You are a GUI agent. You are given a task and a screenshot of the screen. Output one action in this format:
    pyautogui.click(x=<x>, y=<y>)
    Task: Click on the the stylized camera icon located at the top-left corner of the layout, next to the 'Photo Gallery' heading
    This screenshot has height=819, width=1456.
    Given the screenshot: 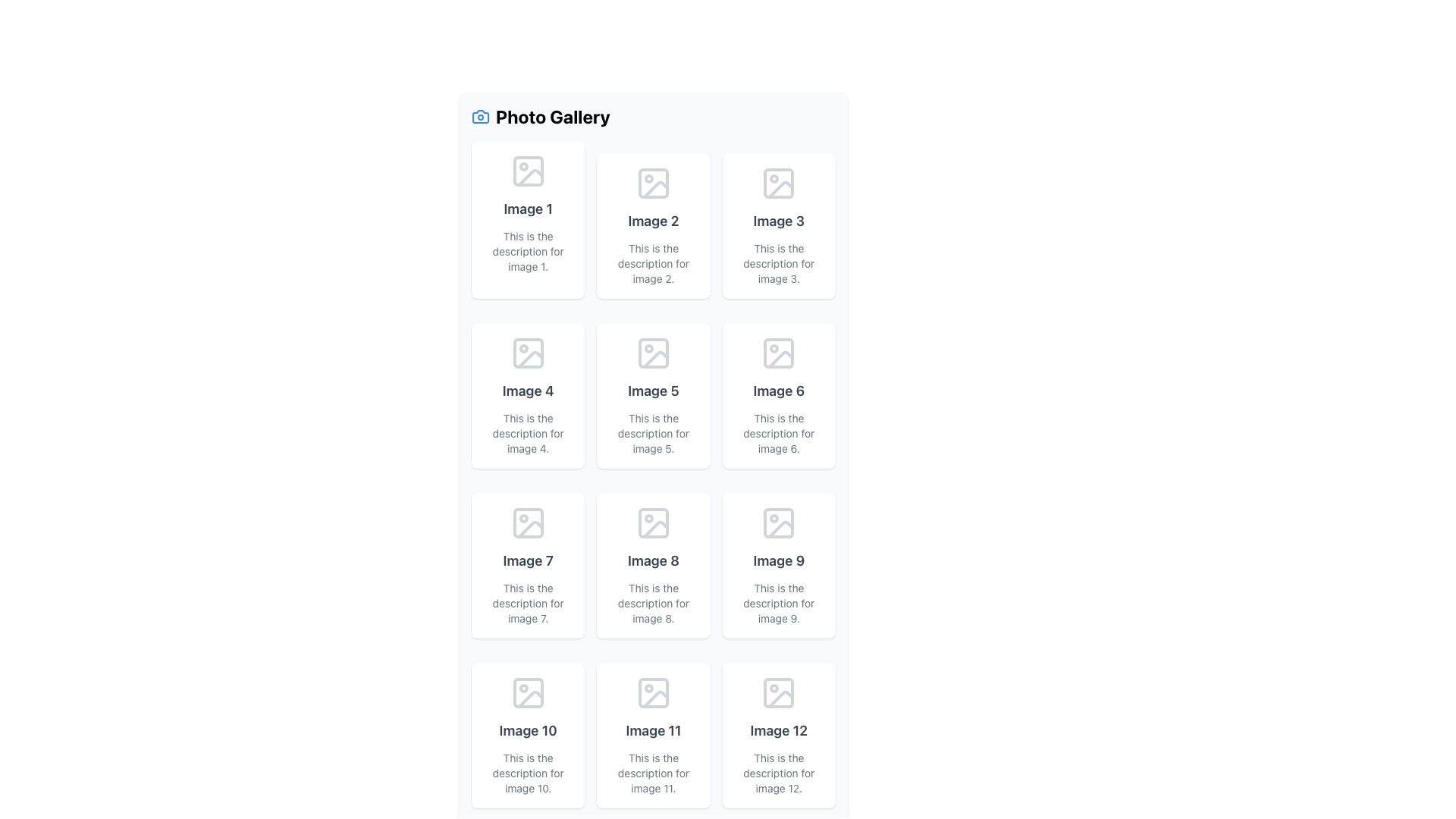 What is the action you would take?
    pyautogui.click(x=479, y=116)
    